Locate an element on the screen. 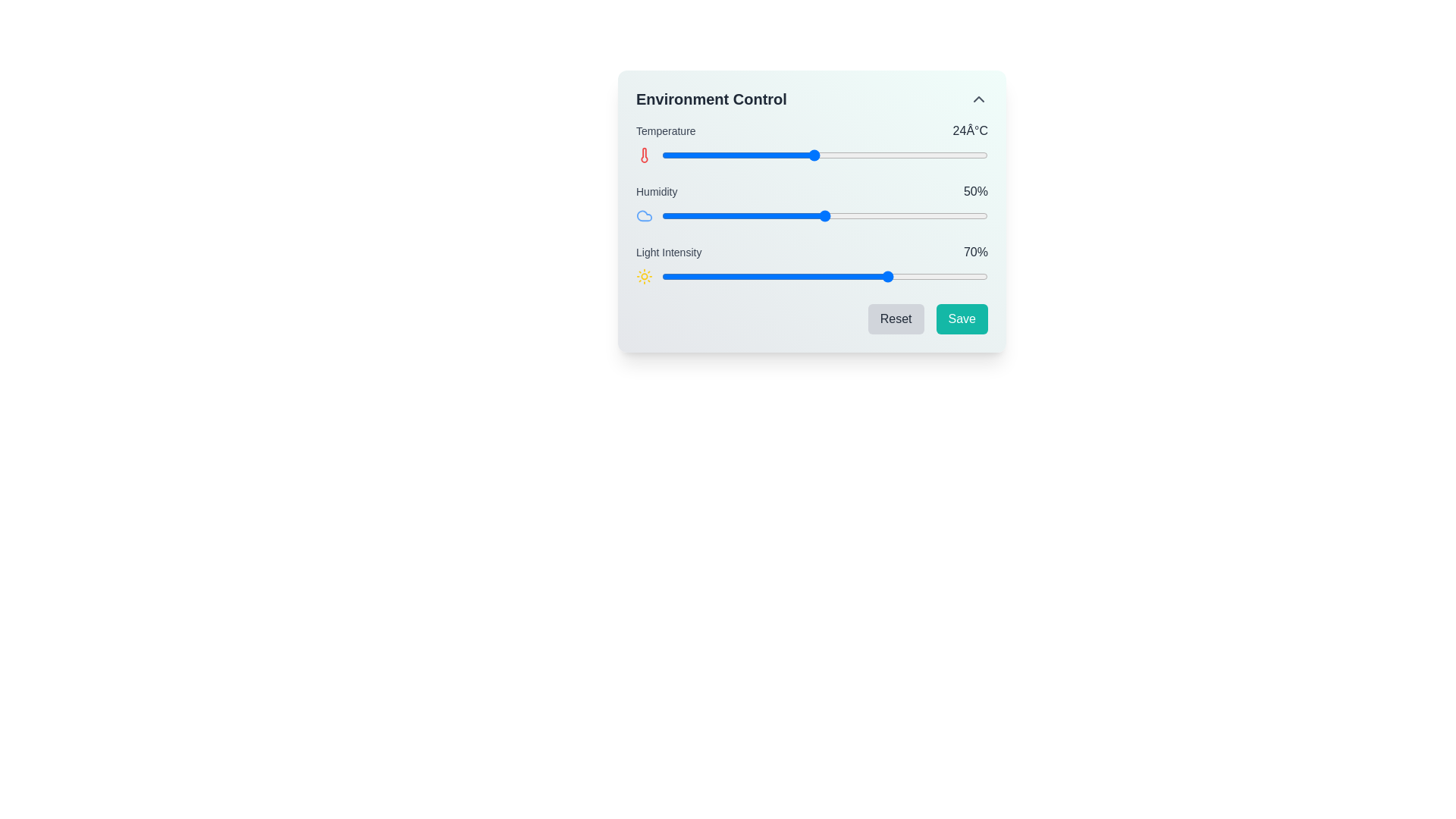 The image size is (1456, 819). the temperature slider is located at coordinates (901, 155).